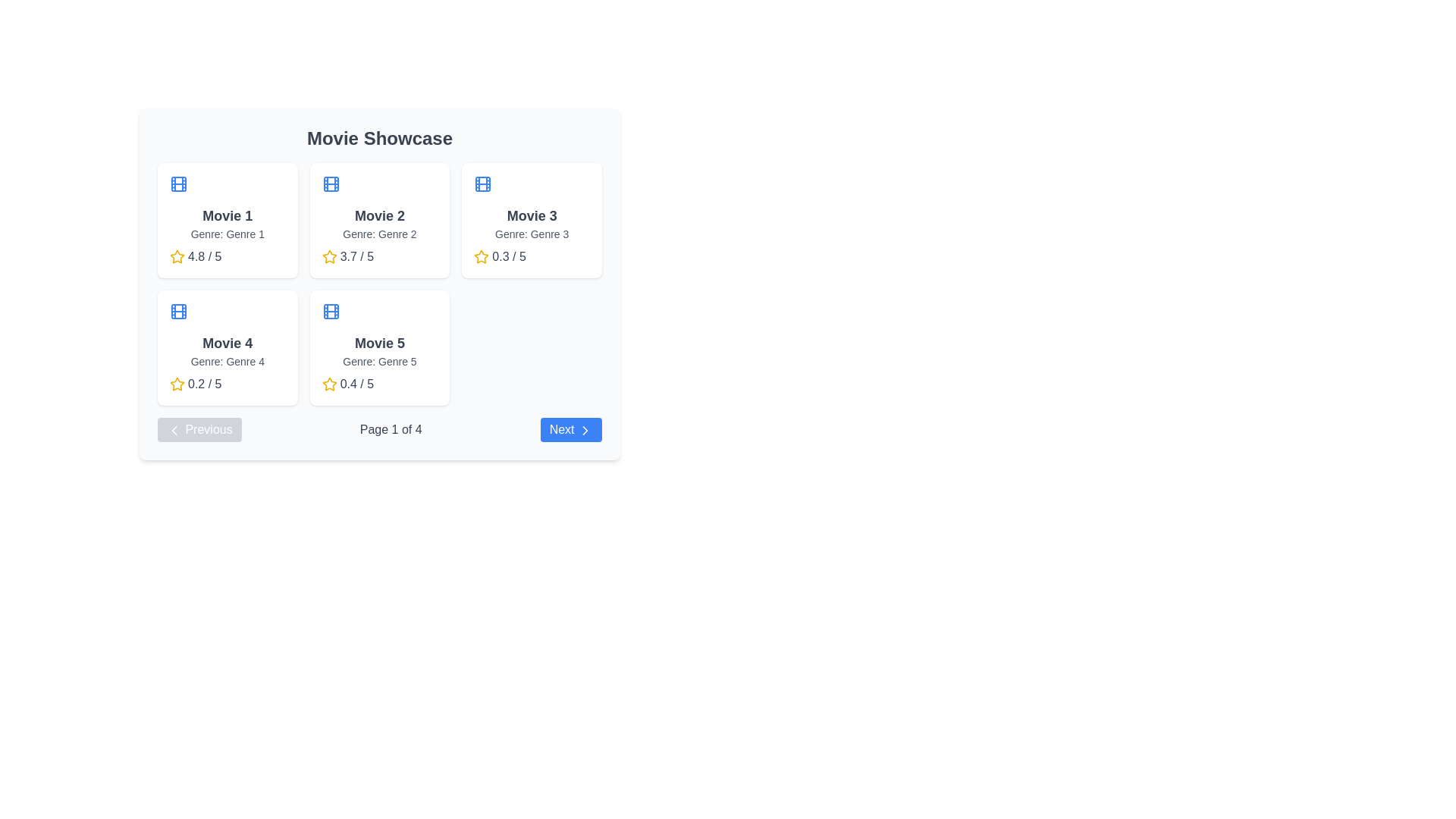  I want to click on the blue film icon in modern line art style located at the top-left corner of the 'Movie 5' card, so click(330, 311).